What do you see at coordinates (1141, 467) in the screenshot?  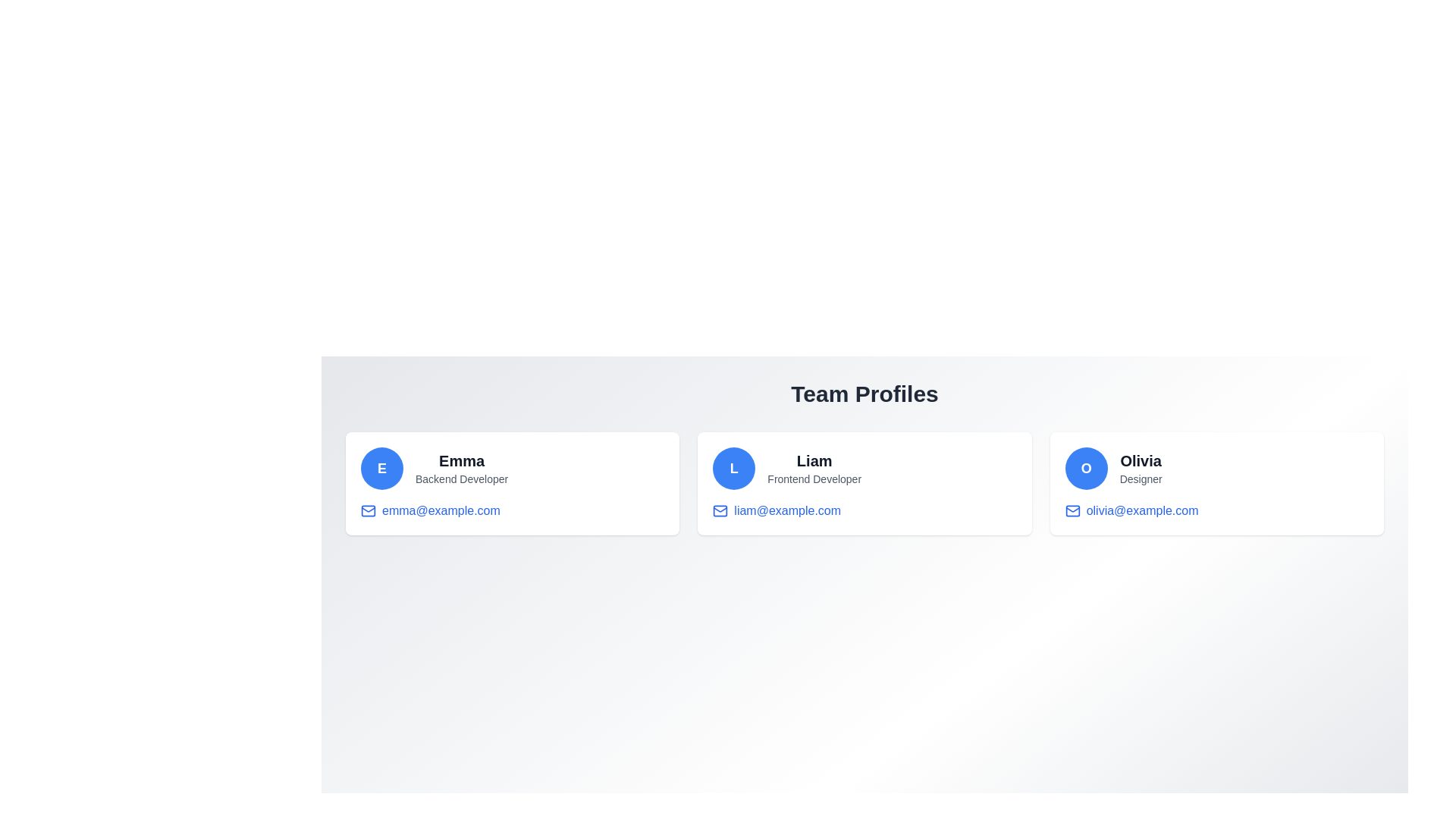 I see `the text block that displays the name and title of a team member, located in the rightmost card above the email address link` at bounding box center [1141, 467].